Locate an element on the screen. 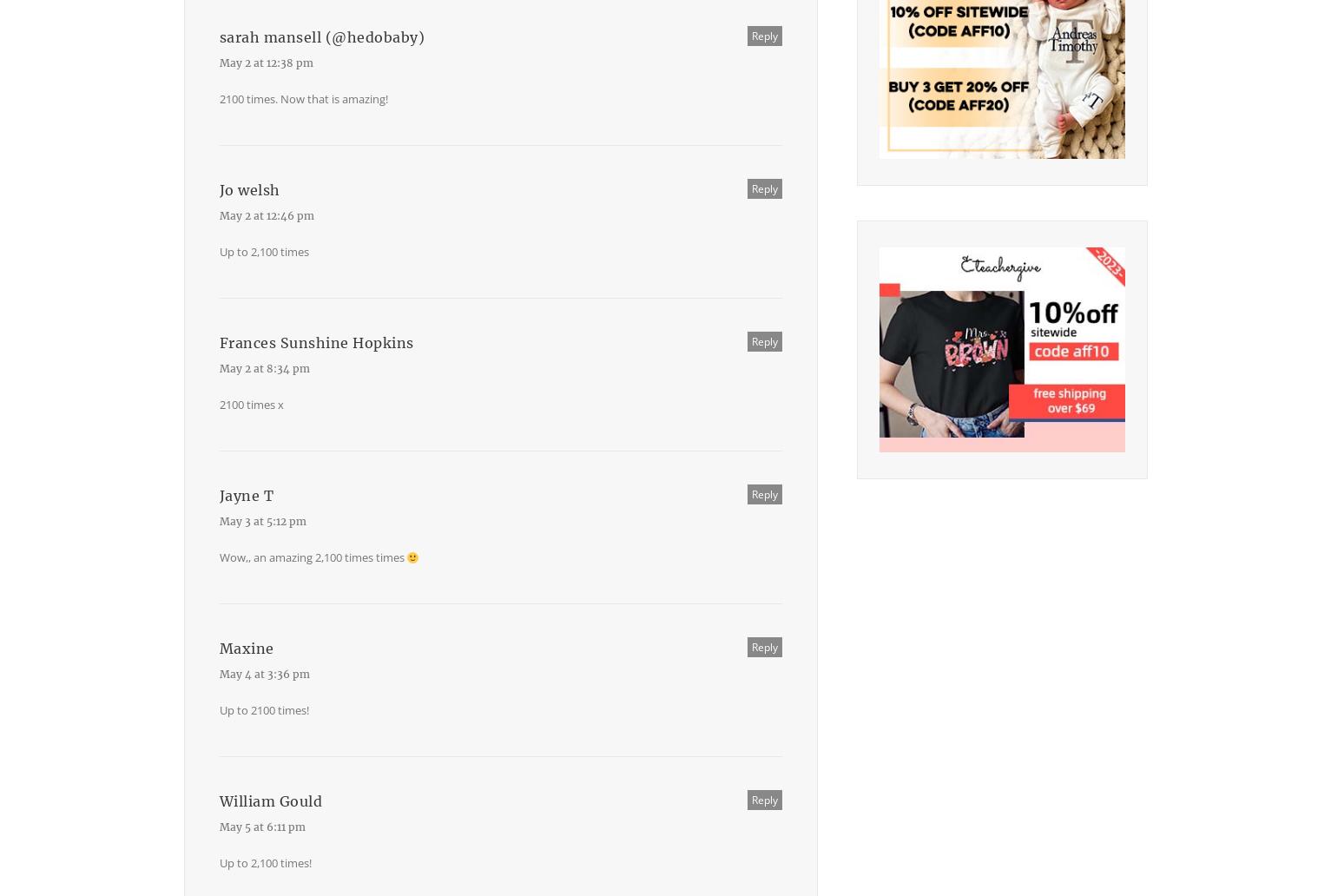  'May 2 at 12:38 pm' is located at coordinates (265, 63).